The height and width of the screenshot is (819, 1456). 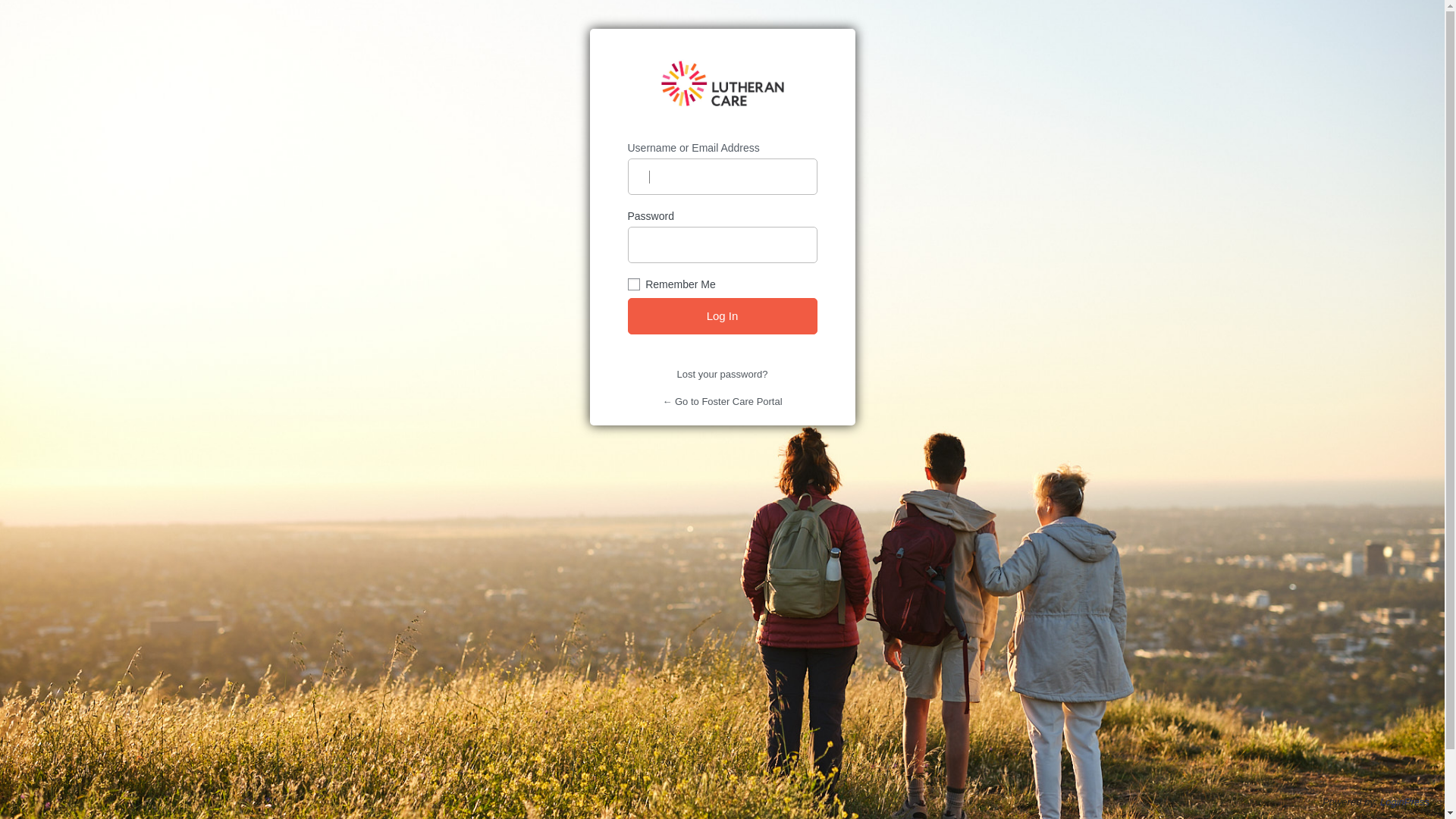 What do you see at coordinates (722, 374) in the screenshot?
I see `'Lost your password?'` at bounding box center [722, 374].